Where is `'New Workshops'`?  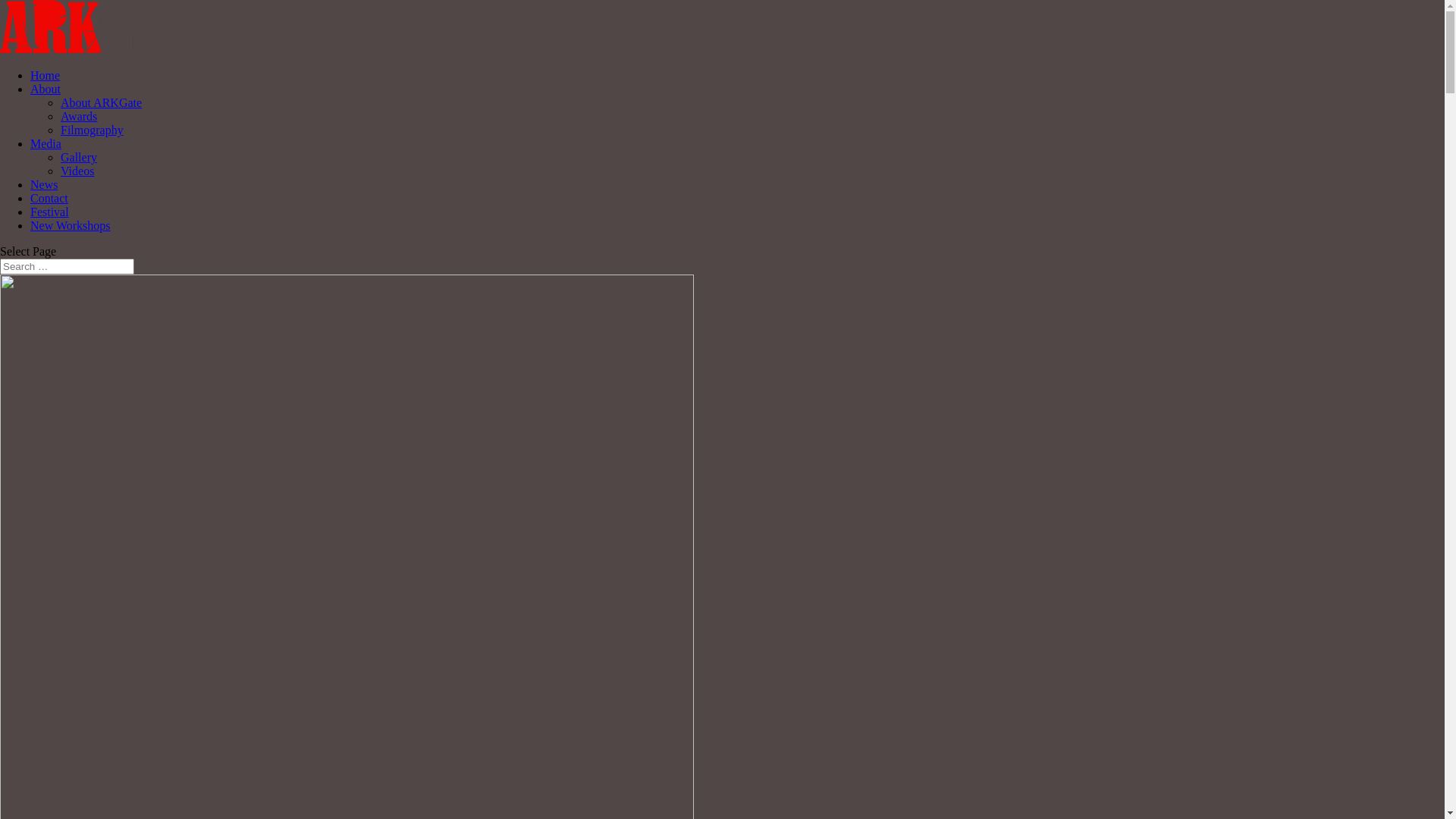
'New Workshops' is located at coordinates (30, 225).